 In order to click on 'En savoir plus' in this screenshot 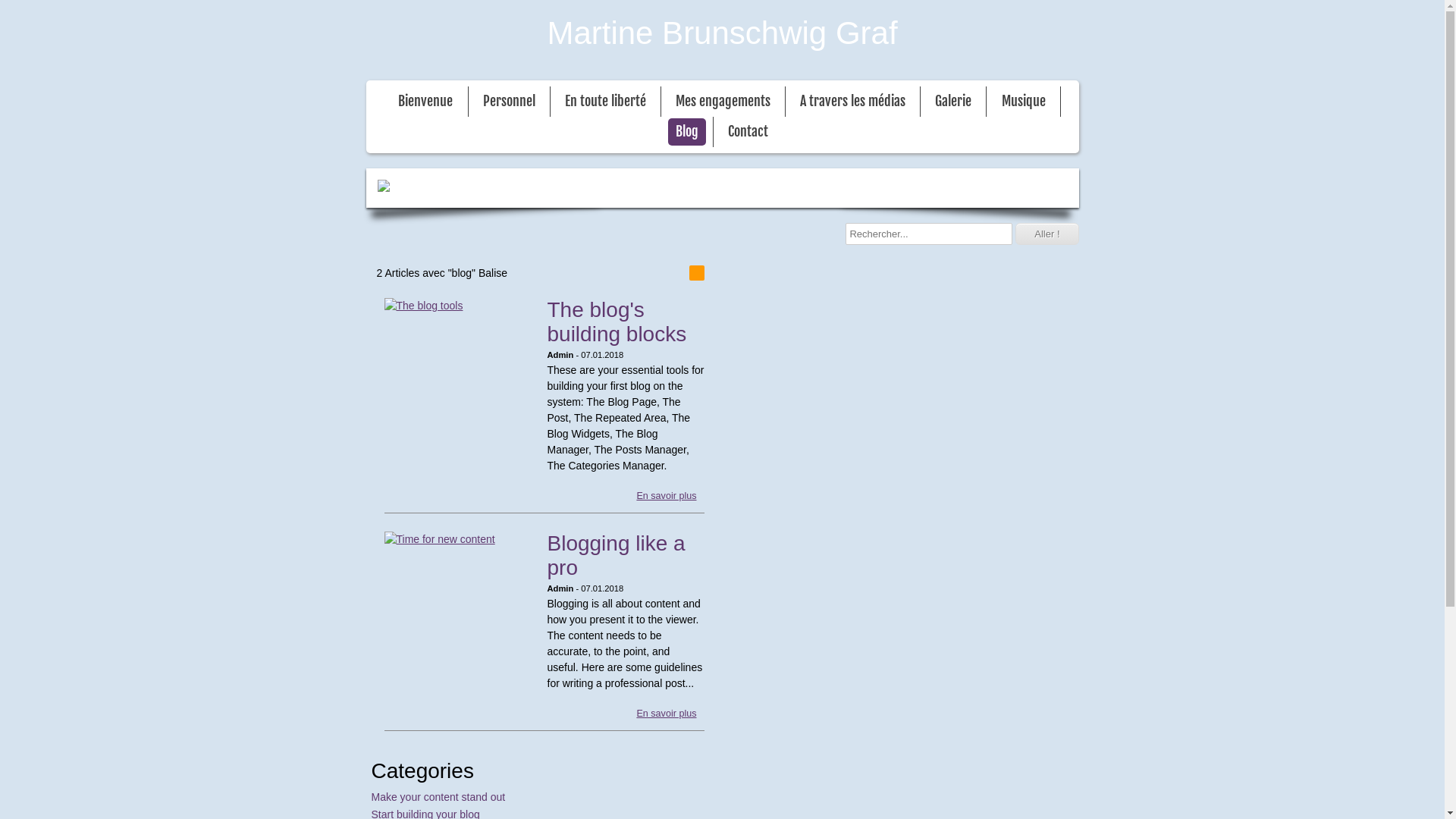, I will do `click(666, 496)`.